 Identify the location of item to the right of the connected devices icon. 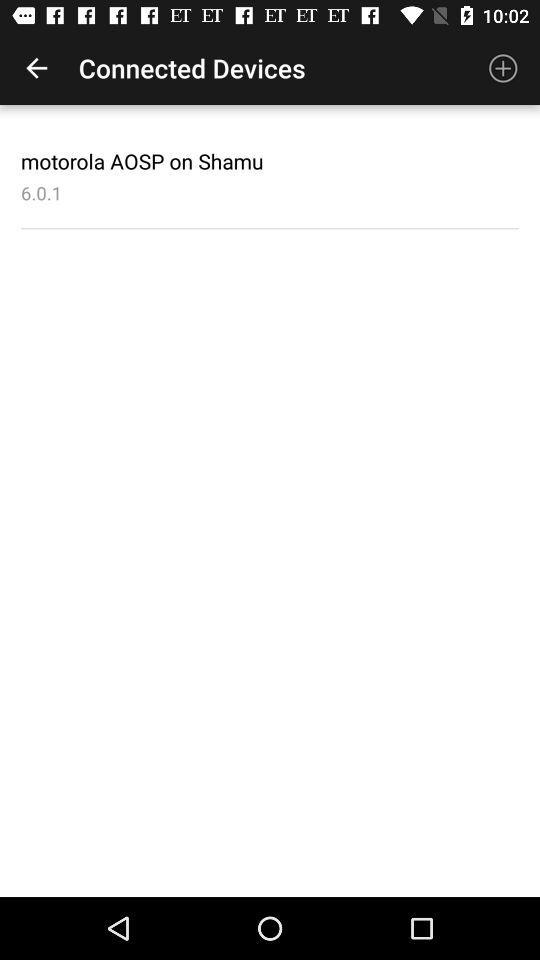
(502, 68).